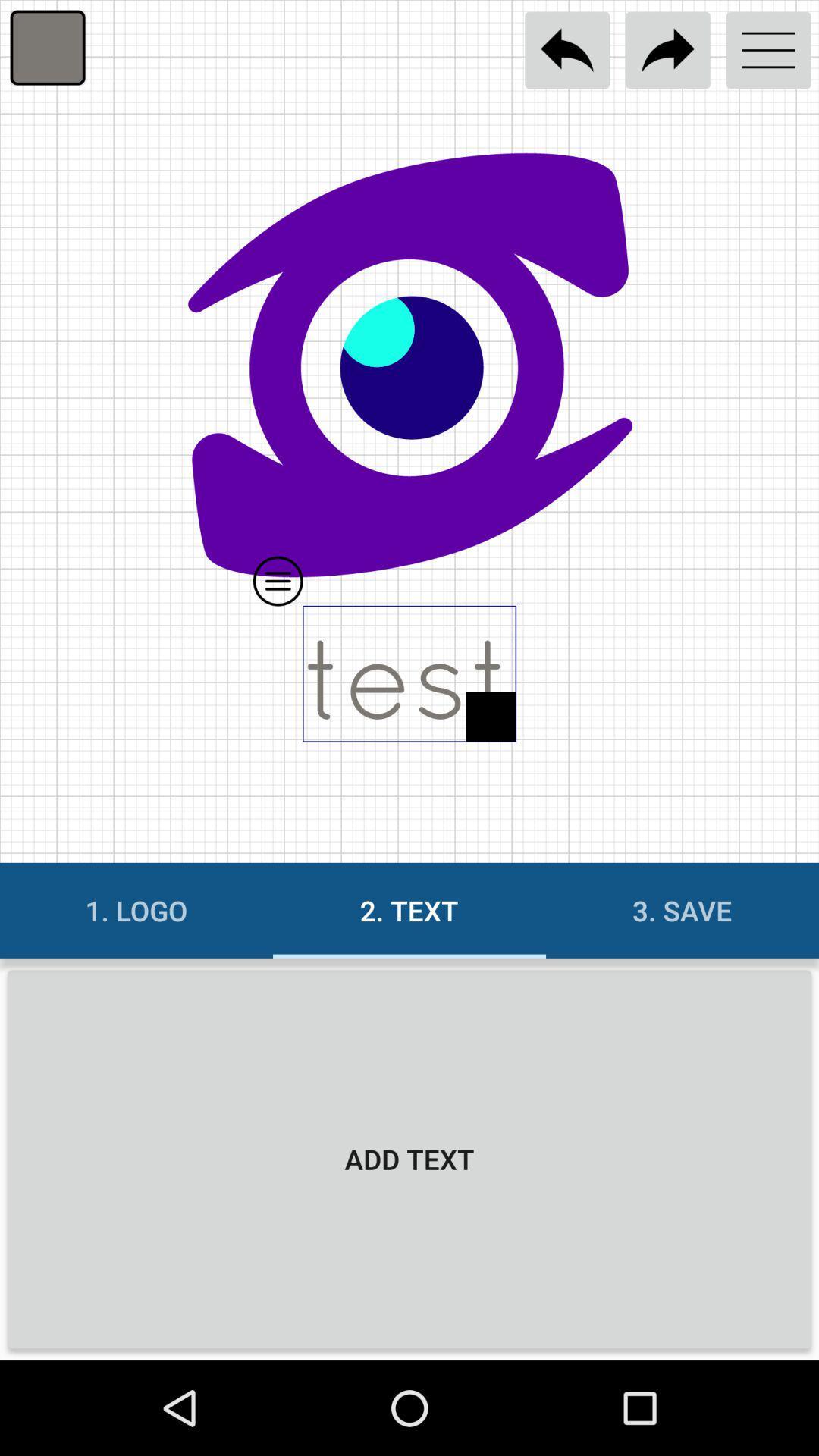 The width and height of the screenshot is (819, 1456). Describe the element at coordinates (768, 50) in the screenshot. I see `the menu icon` at that location.